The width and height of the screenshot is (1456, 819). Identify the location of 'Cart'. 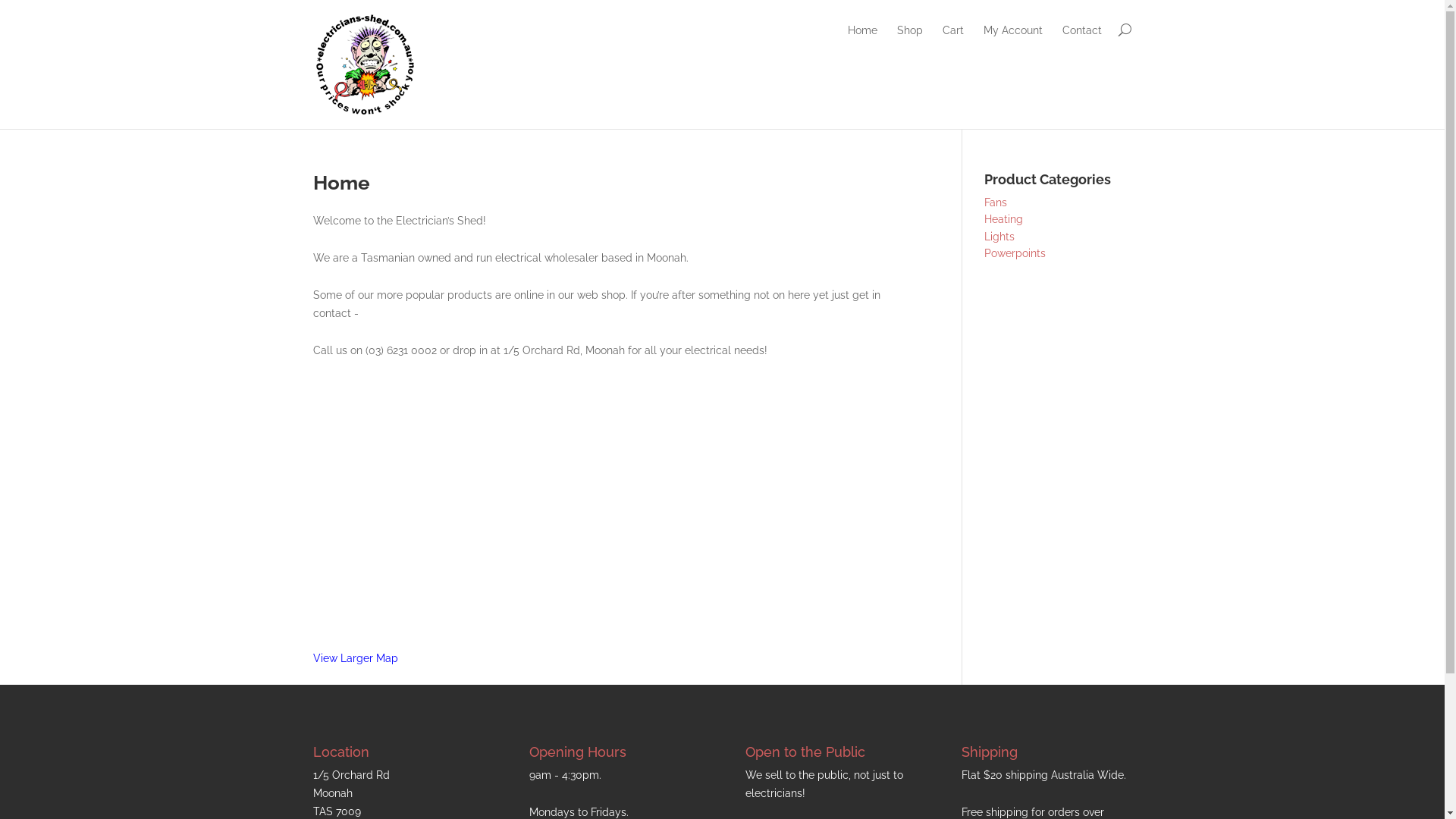
(952, 40).